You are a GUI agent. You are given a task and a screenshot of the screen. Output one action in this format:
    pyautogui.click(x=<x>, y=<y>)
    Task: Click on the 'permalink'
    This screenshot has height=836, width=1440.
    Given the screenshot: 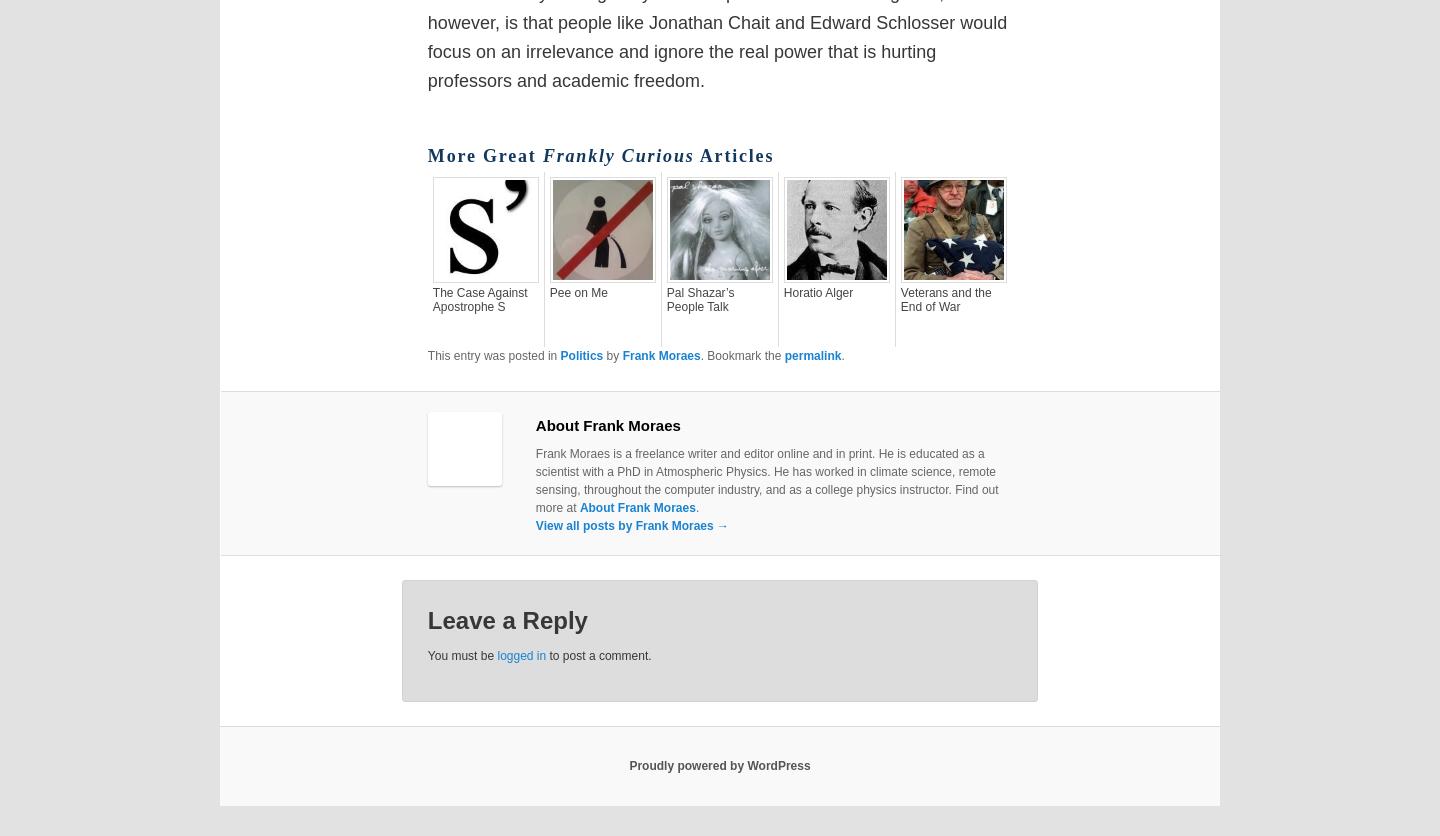 What is the action you would take?
    pyautogui.click(x=783, y=353)
    